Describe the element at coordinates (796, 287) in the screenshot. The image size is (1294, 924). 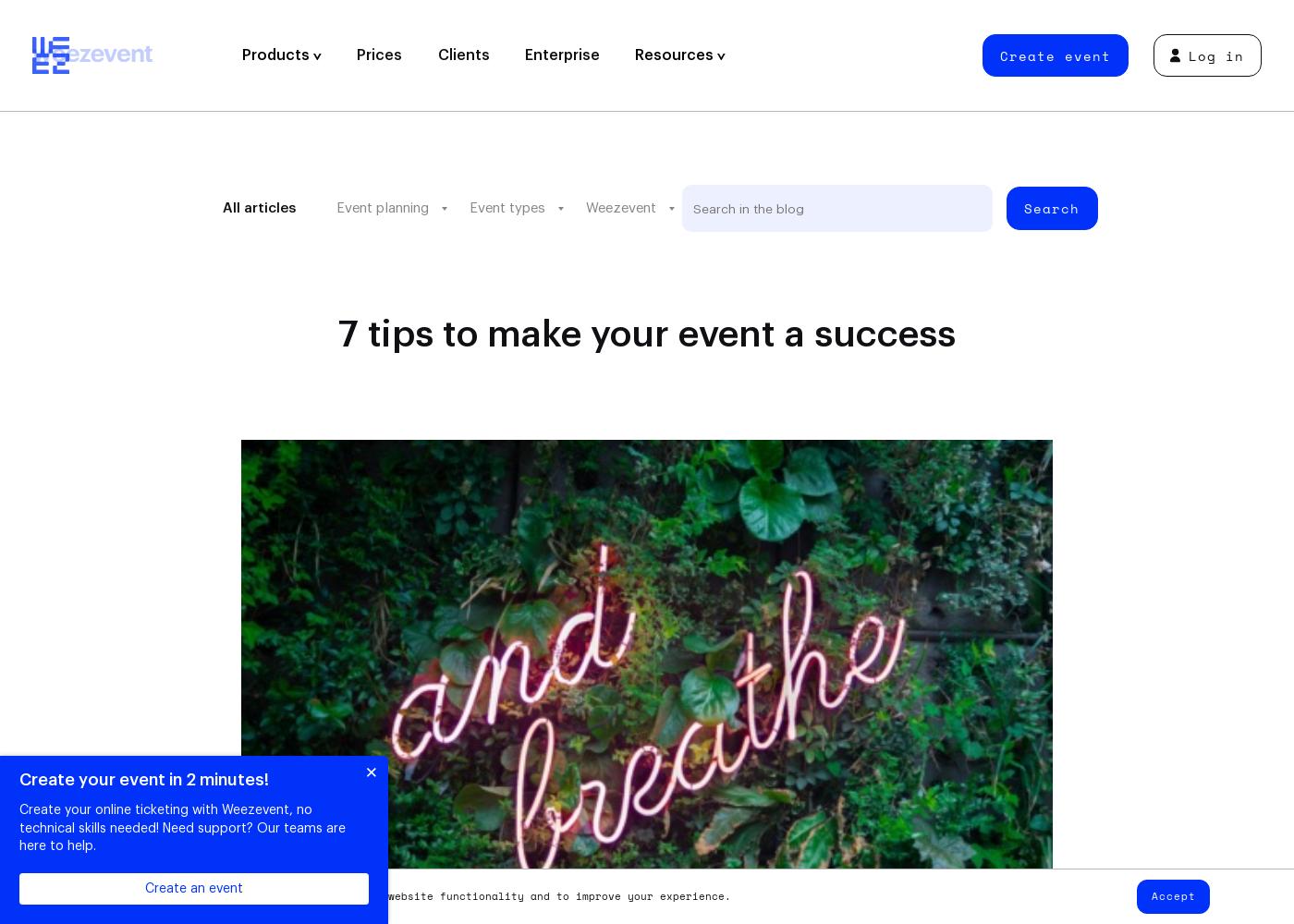
I see `'Make sure your events are one step ahead.'` at that location.